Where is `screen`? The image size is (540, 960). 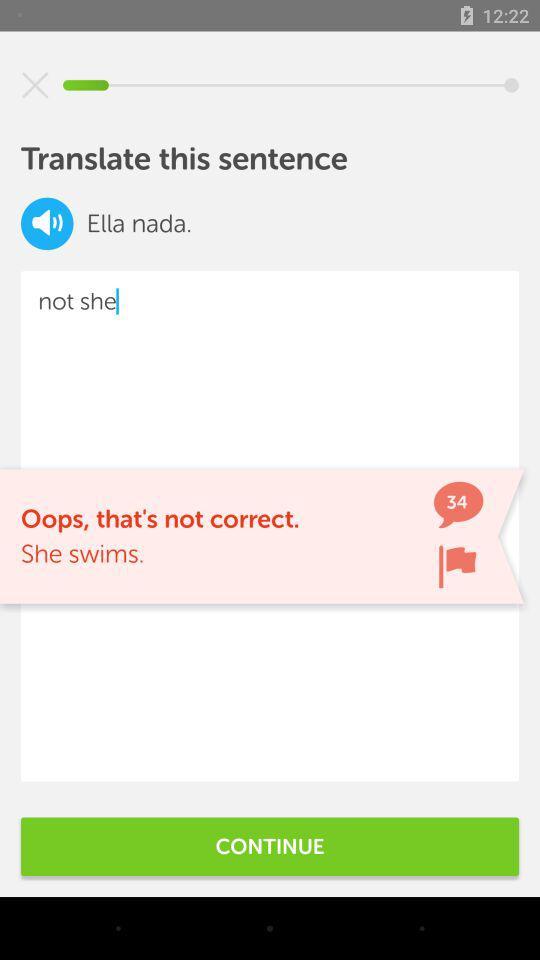
screen is located at coordinates (35, 85).